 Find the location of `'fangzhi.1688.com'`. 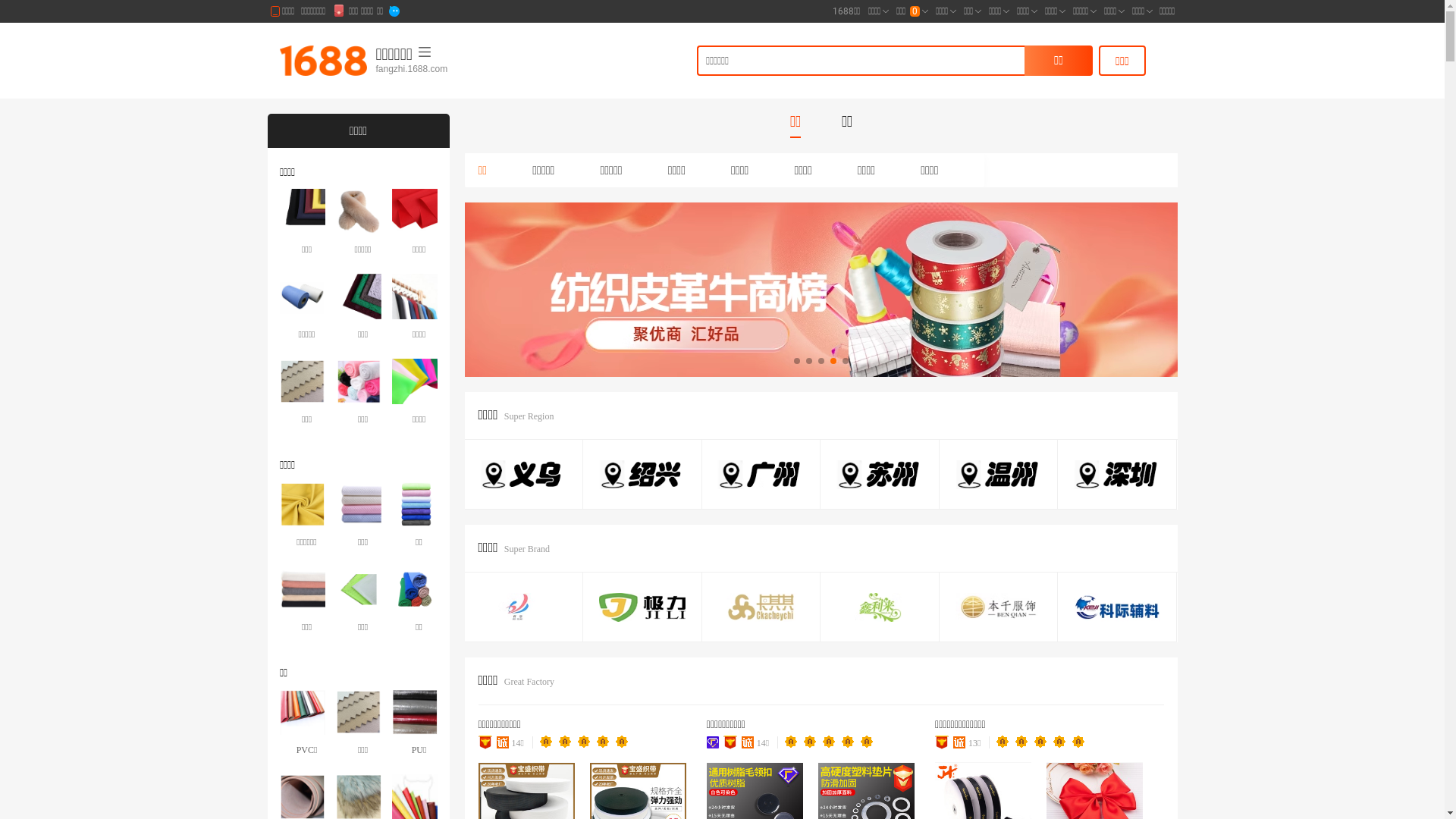

'fangzhi.1688.com' is located at coordinates (450, 69).